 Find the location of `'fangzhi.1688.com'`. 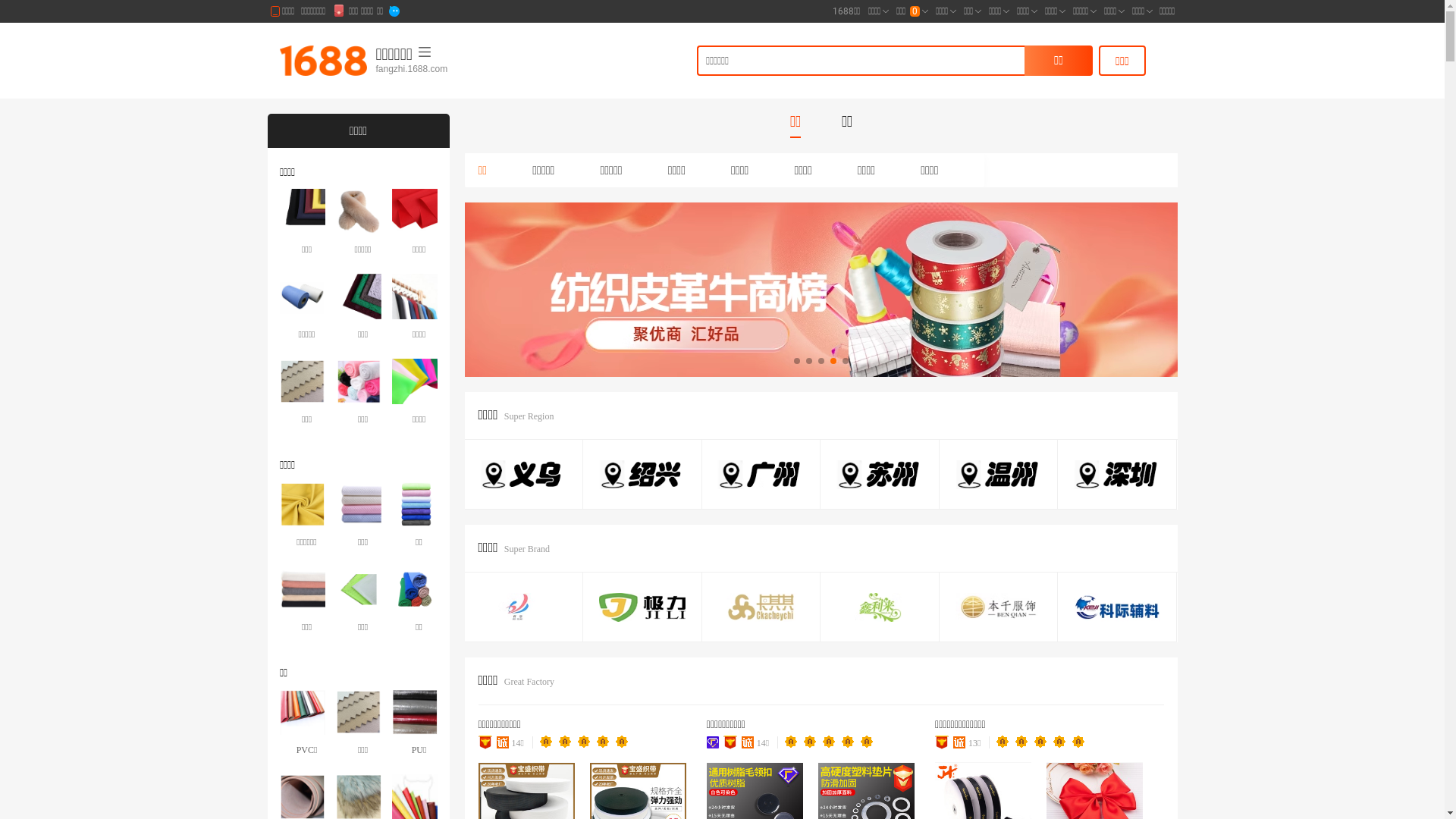

'fangzhi.1688.com' is located at coordinates (450, 69).